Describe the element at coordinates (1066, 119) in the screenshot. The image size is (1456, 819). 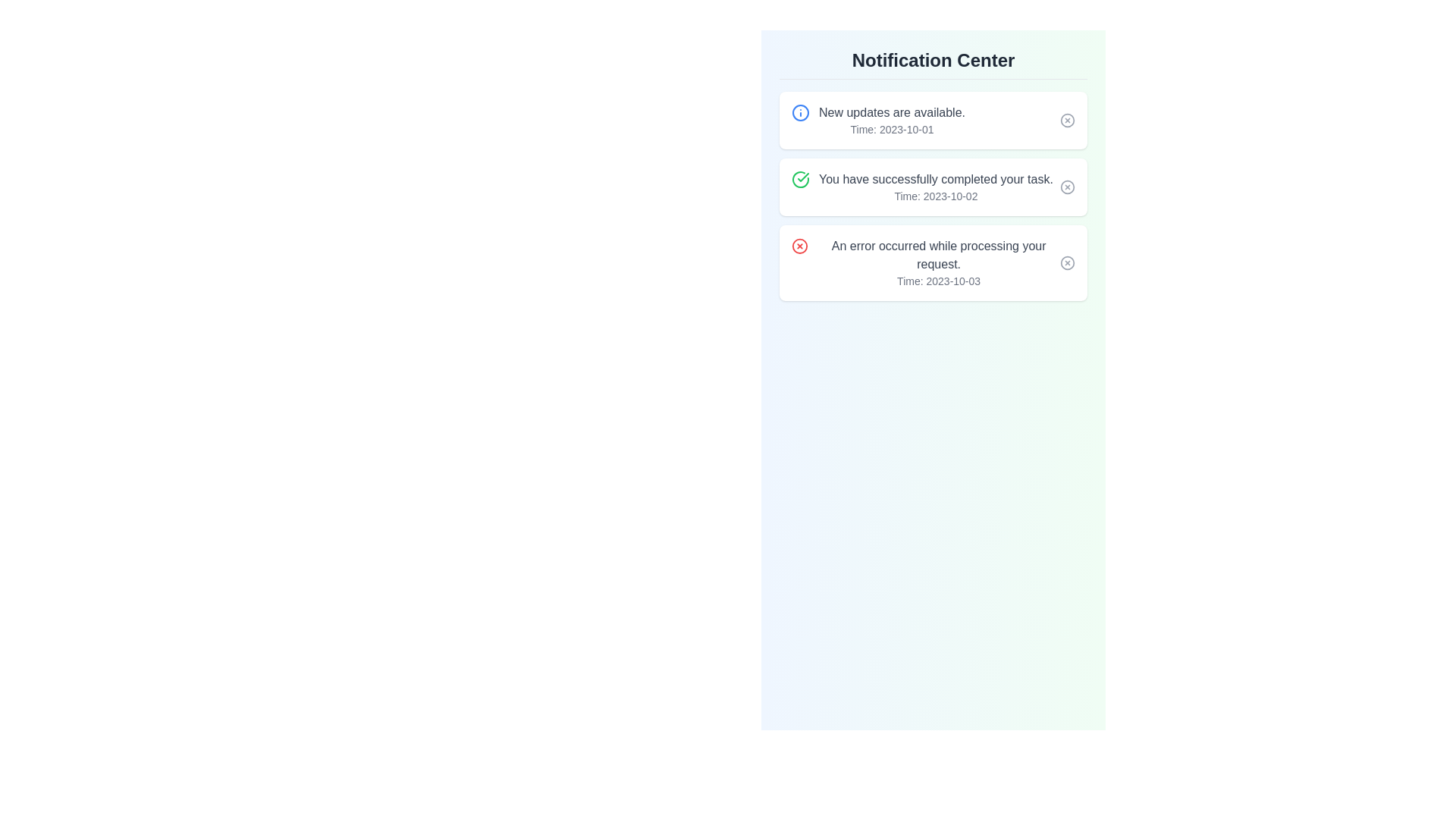
I see `the decorative circle element of the SVG icon for the notification regarding 'New updates are available.'` at that location.